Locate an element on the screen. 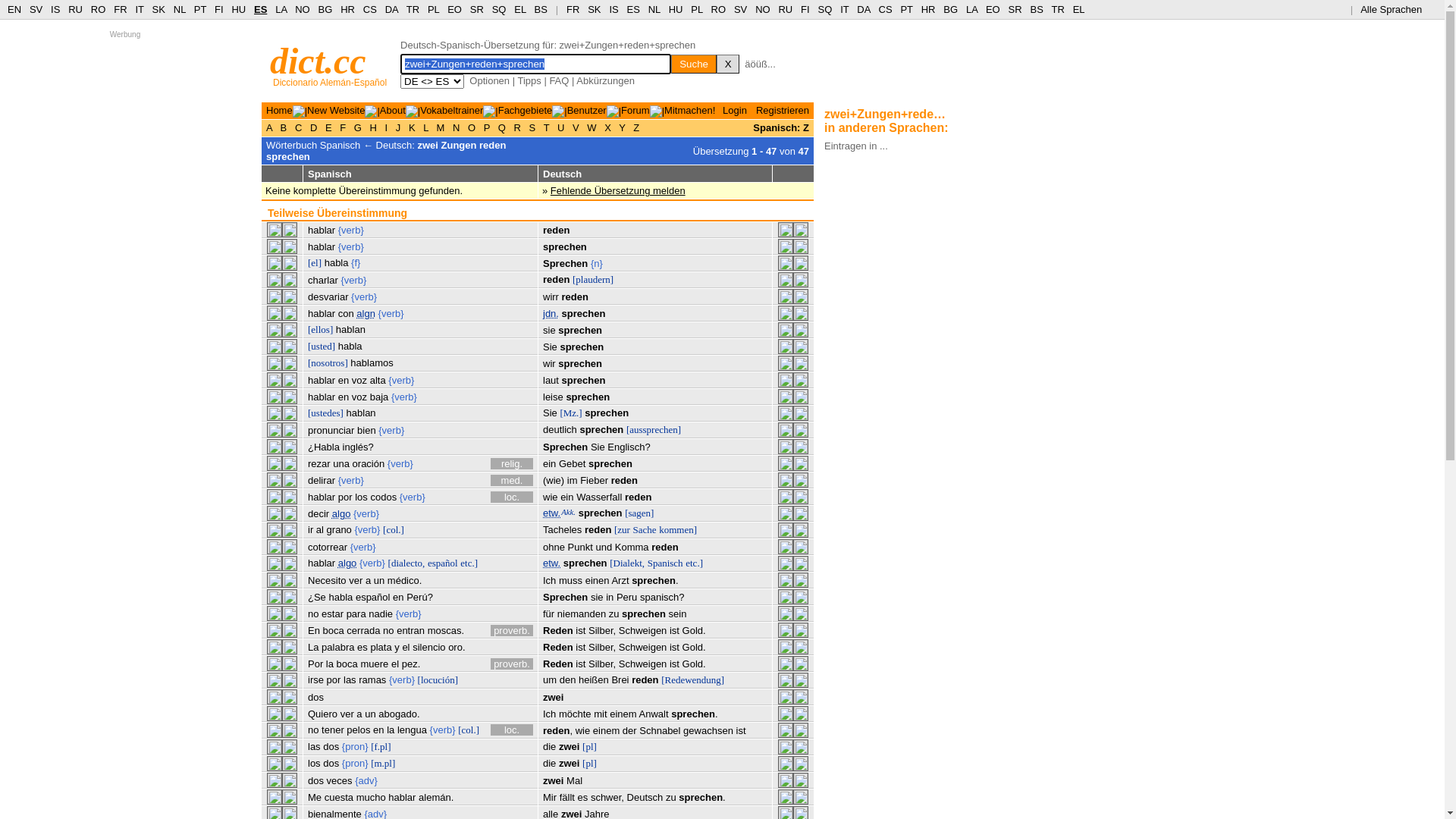 This screenshot has height=819, width=1456. '[f.pl]' is located at coordinates (381, 745).